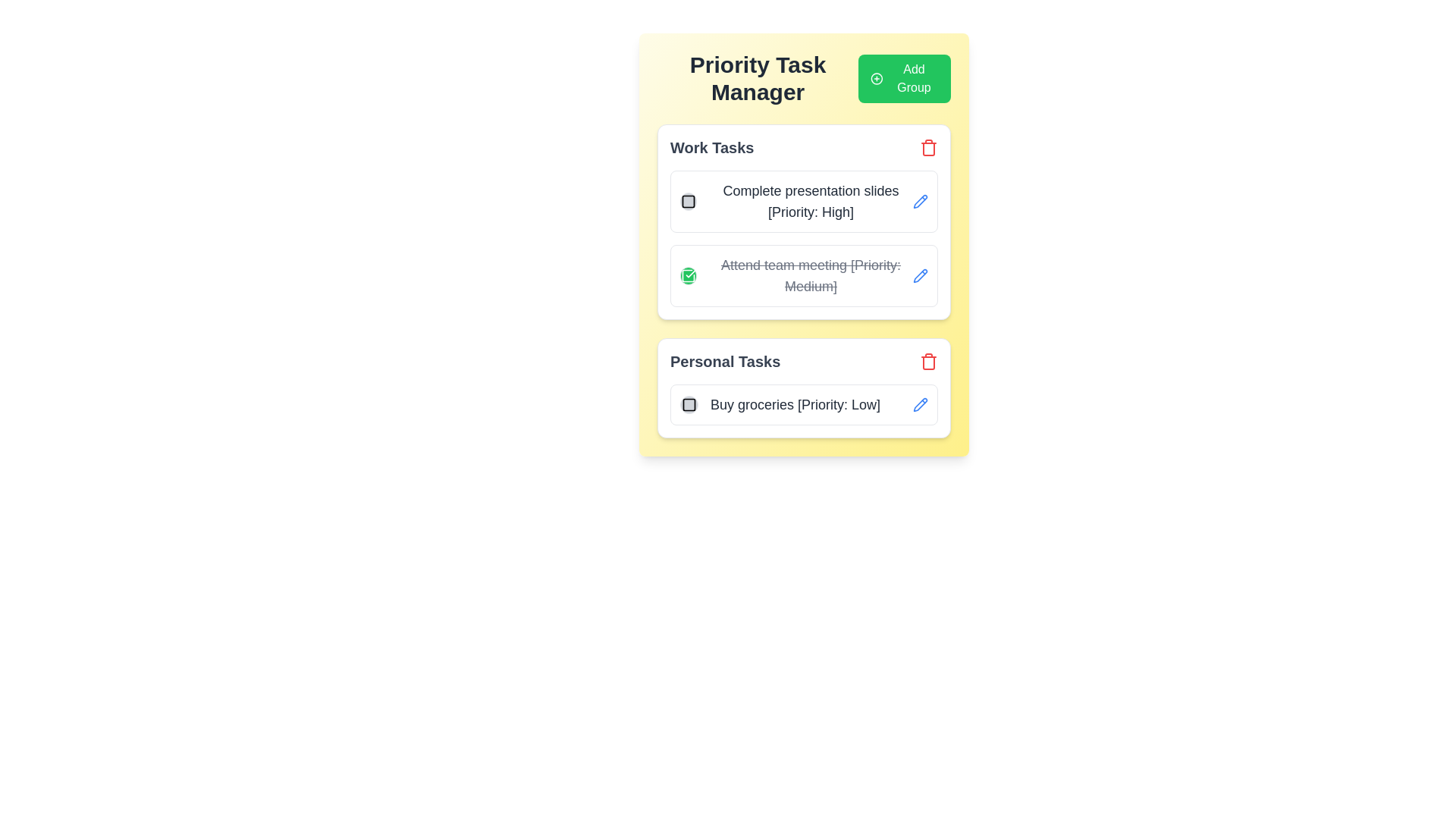 The height and width of the screenshot is (819, 1456). I want to click on the second task item within the 'Work Tasks' section of the task management interface, so click(795, 275).